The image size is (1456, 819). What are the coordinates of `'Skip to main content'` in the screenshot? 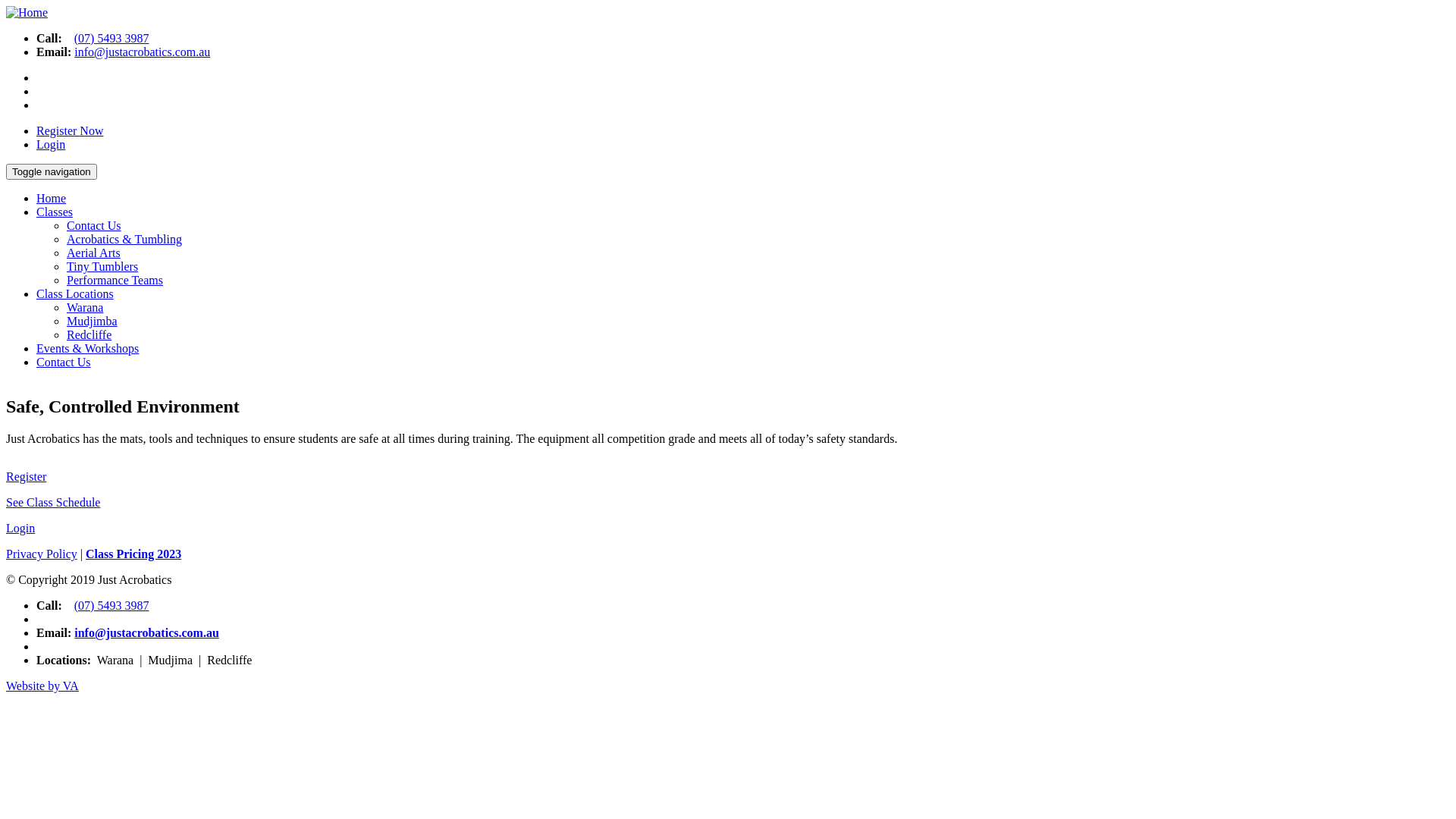 It's located at (56, 6).